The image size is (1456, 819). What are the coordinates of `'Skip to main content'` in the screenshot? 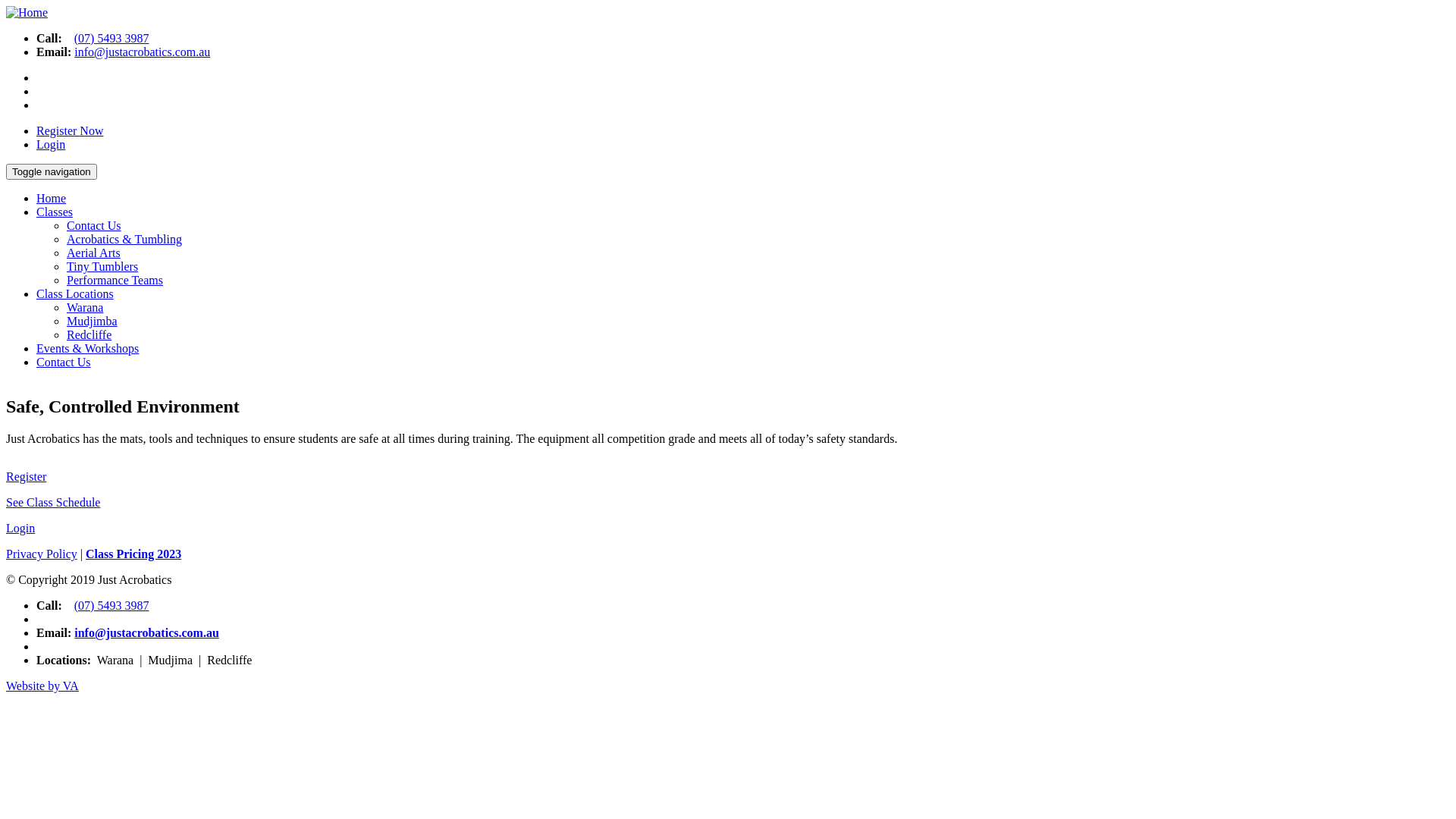 It's located at (56, 6).